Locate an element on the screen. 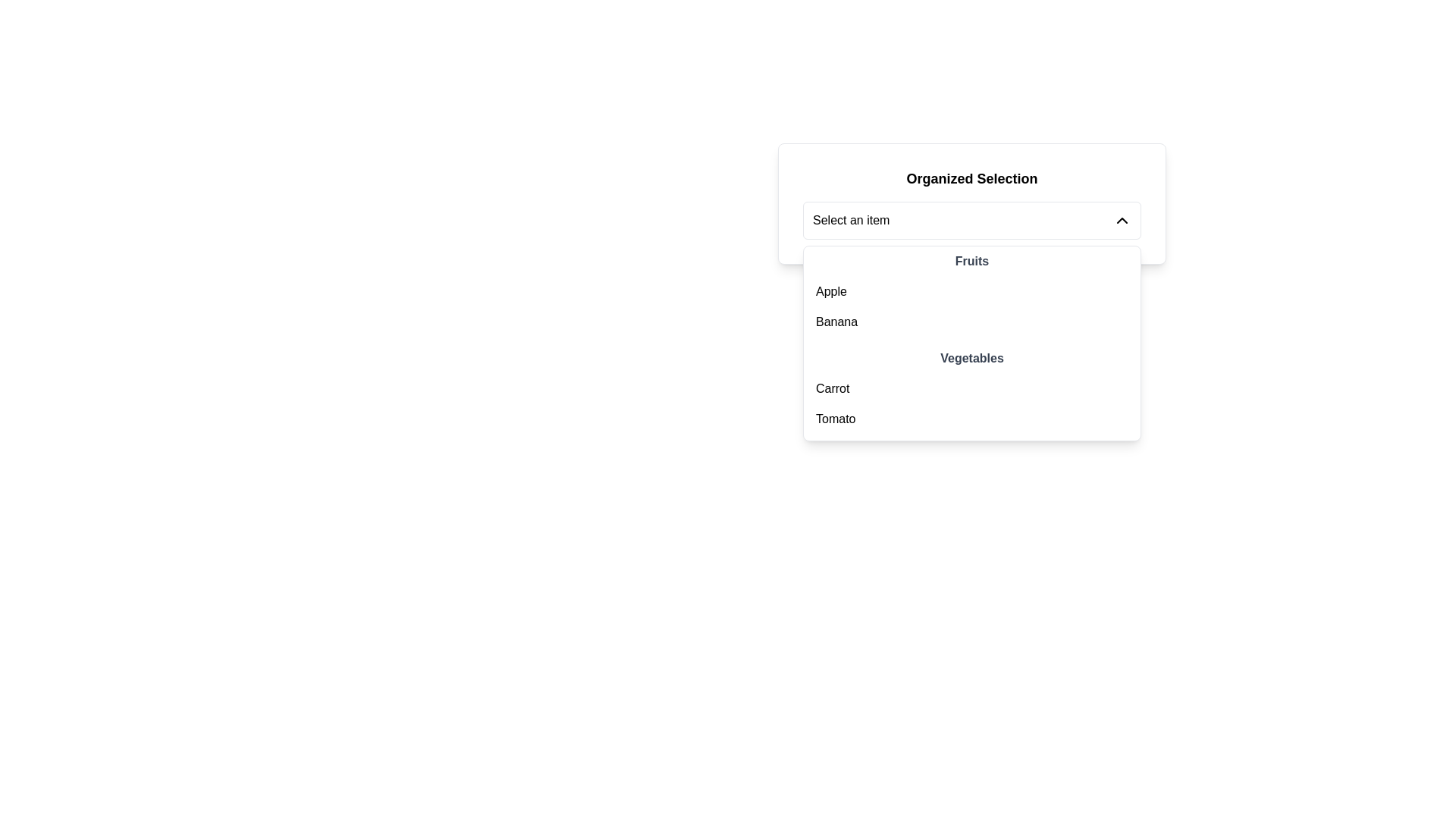  the static text label 'Banana' within the dropdown menu under the 'Fruits' category is located at coordinates (836, 321).